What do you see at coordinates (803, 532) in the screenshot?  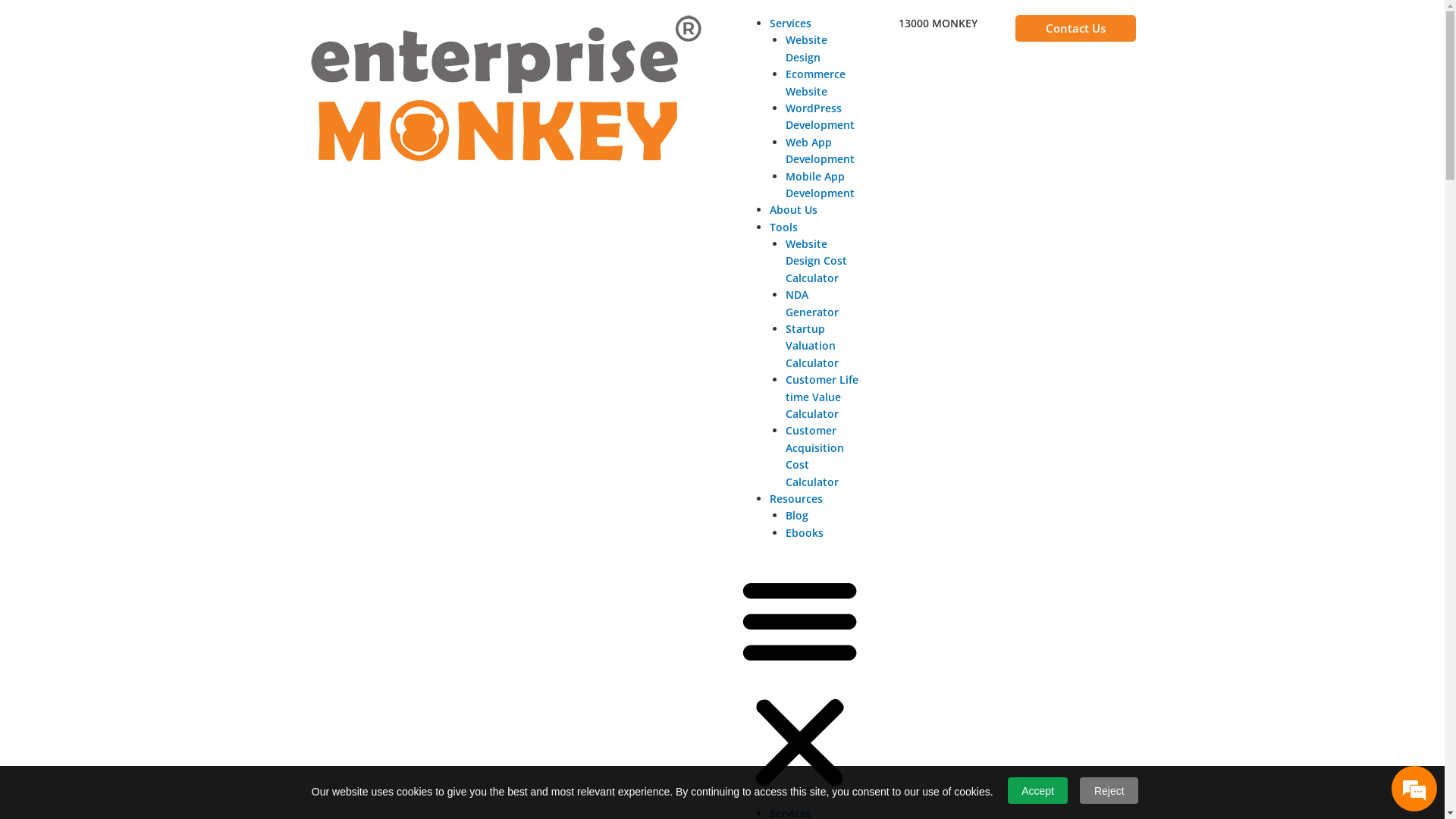 I see `'Ebooks'` at bounding box center [803, 532].